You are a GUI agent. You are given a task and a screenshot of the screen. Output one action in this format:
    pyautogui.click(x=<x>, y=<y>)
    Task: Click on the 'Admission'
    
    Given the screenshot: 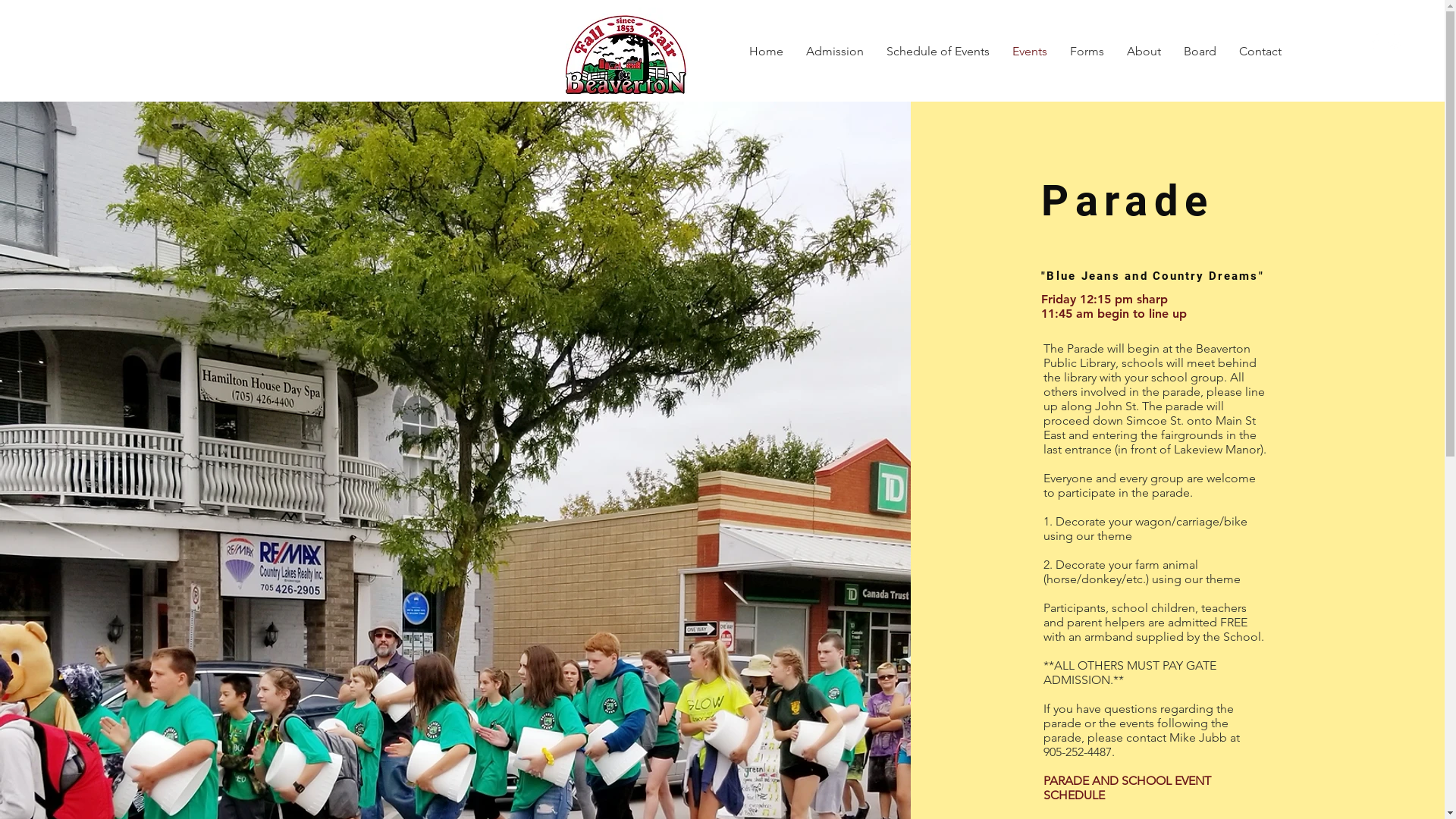 What is the action you would take?
    pyautogui.click(x=833, y=51)
    